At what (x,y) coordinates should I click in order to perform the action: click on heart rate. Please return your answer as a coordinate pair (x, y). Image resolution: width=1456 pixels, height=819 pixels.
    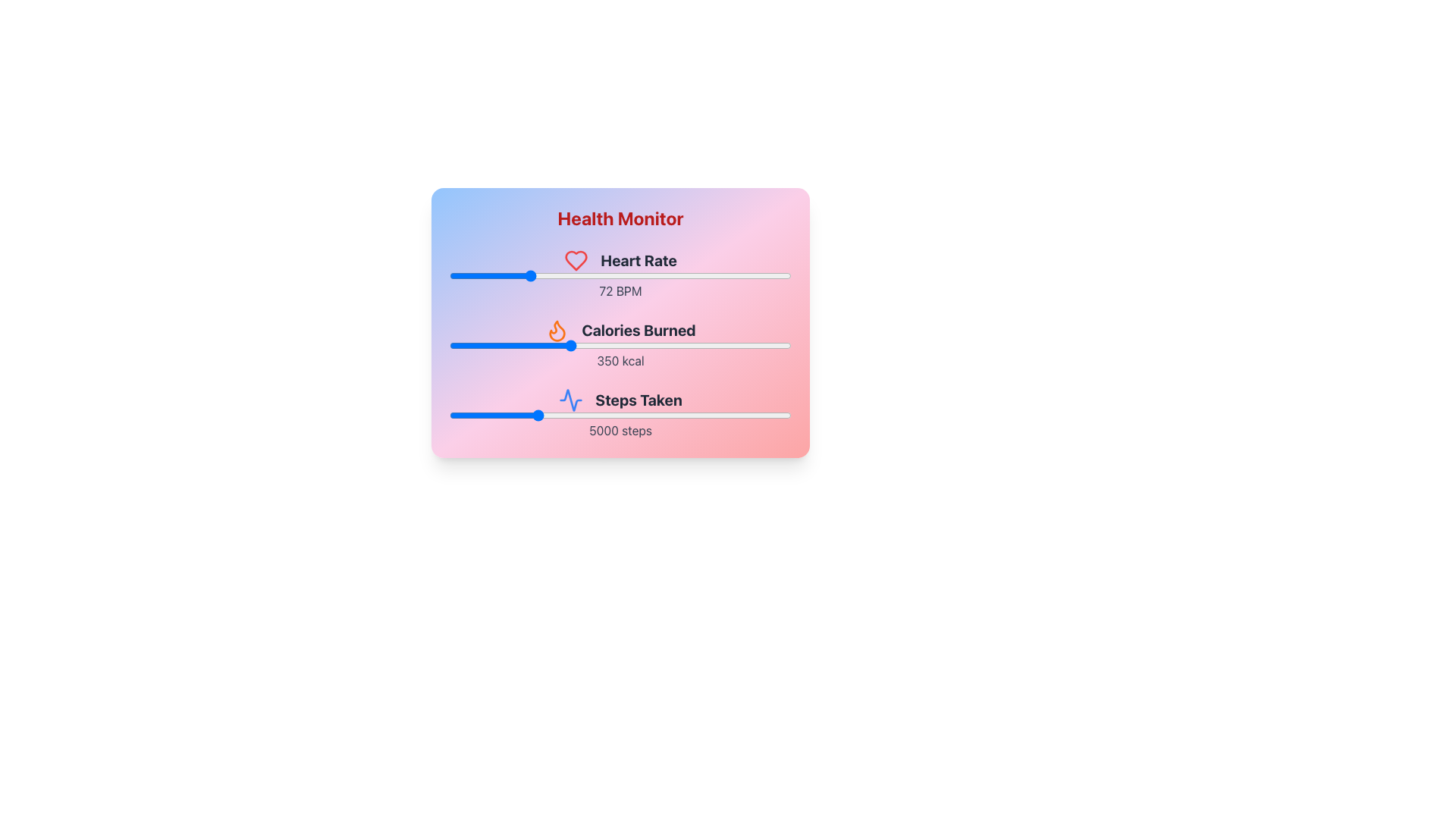
    Looking at the image, I should click on (620, 275).